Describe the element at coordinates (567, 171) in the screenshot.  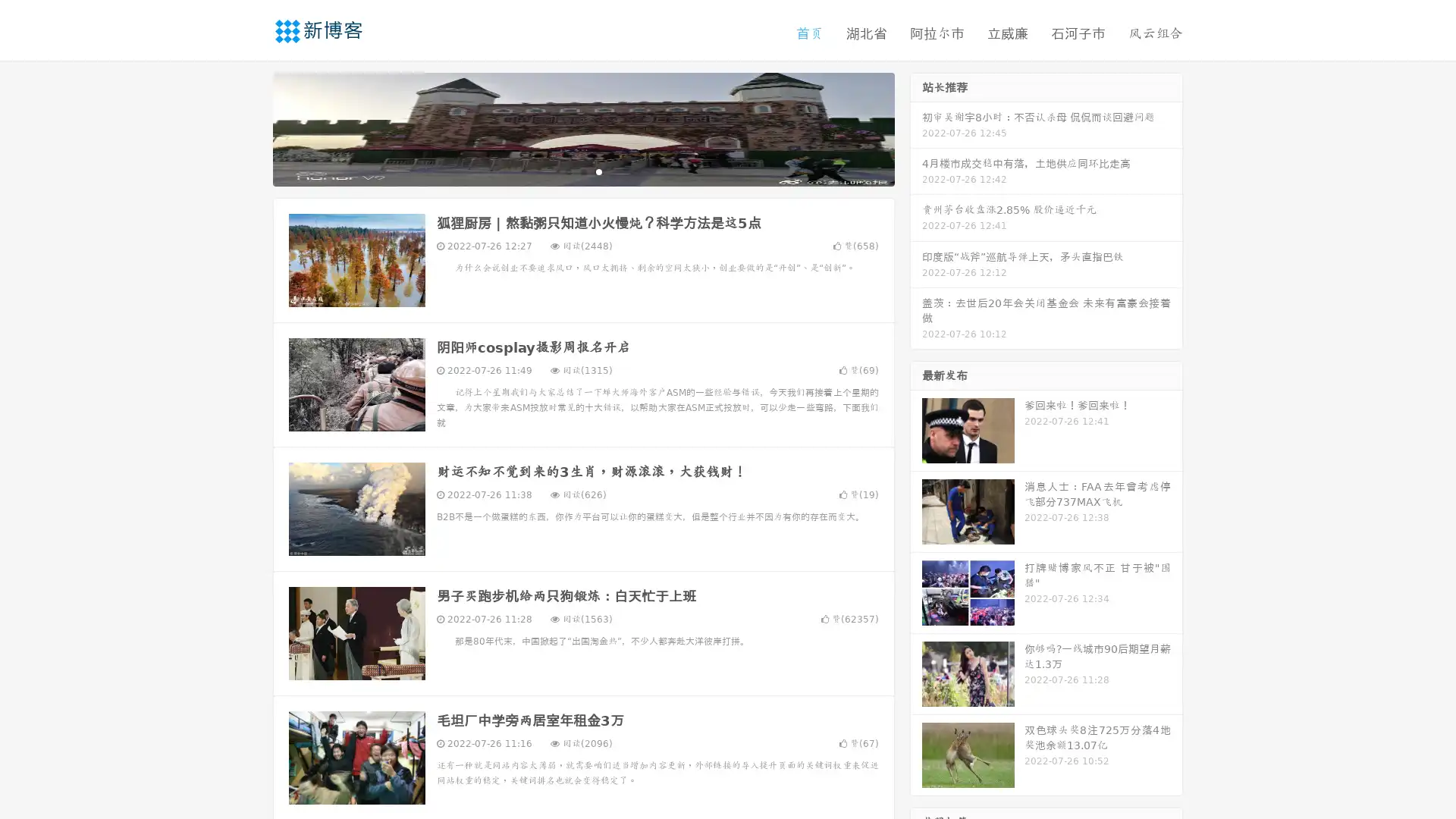
I see `Go to slide 1` at that location.